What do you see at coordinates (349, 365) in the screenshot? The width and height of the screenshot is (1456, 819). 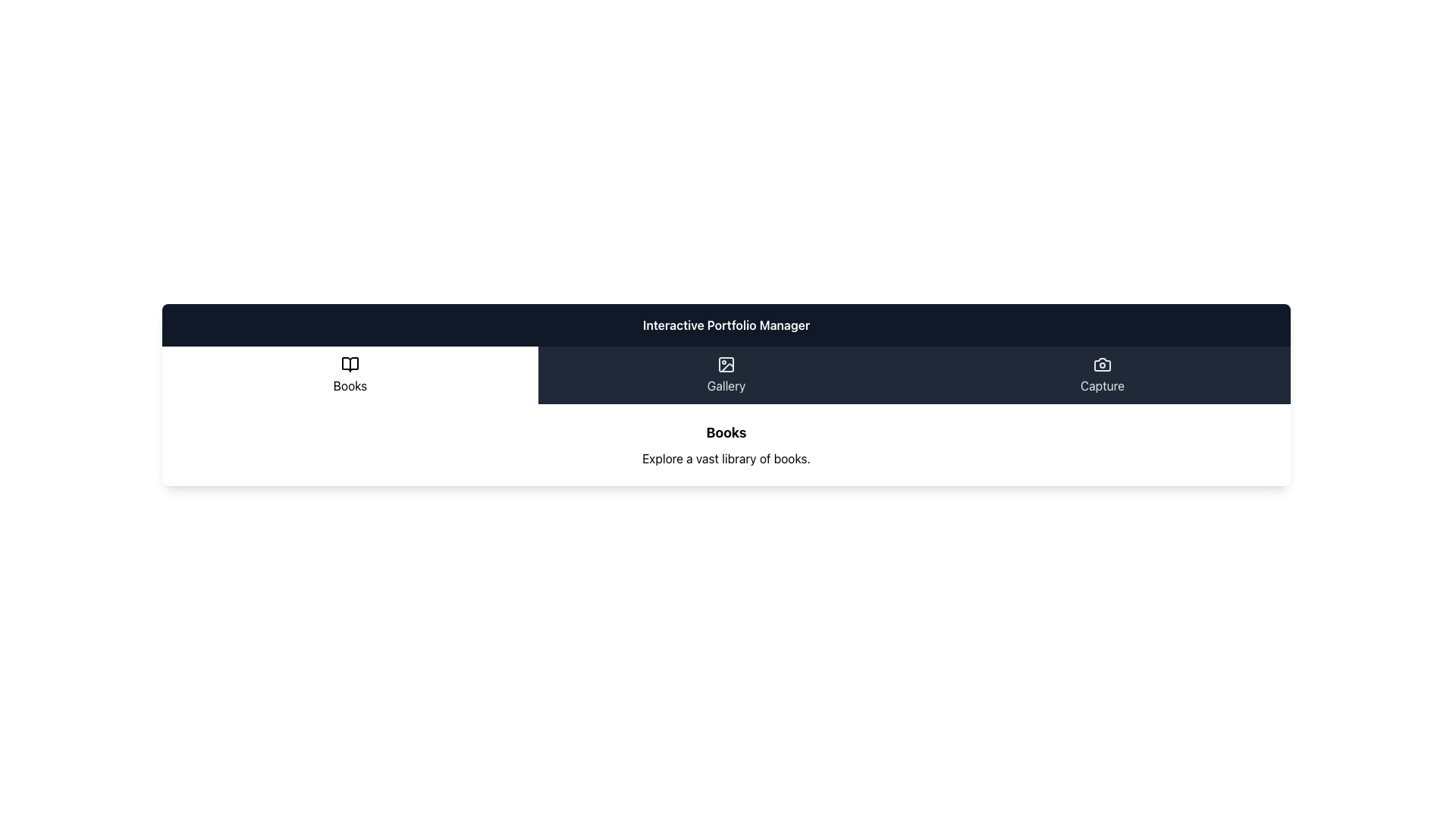 I see `the open book icon located above the 'Books' label` at bounding box center [349, 365].